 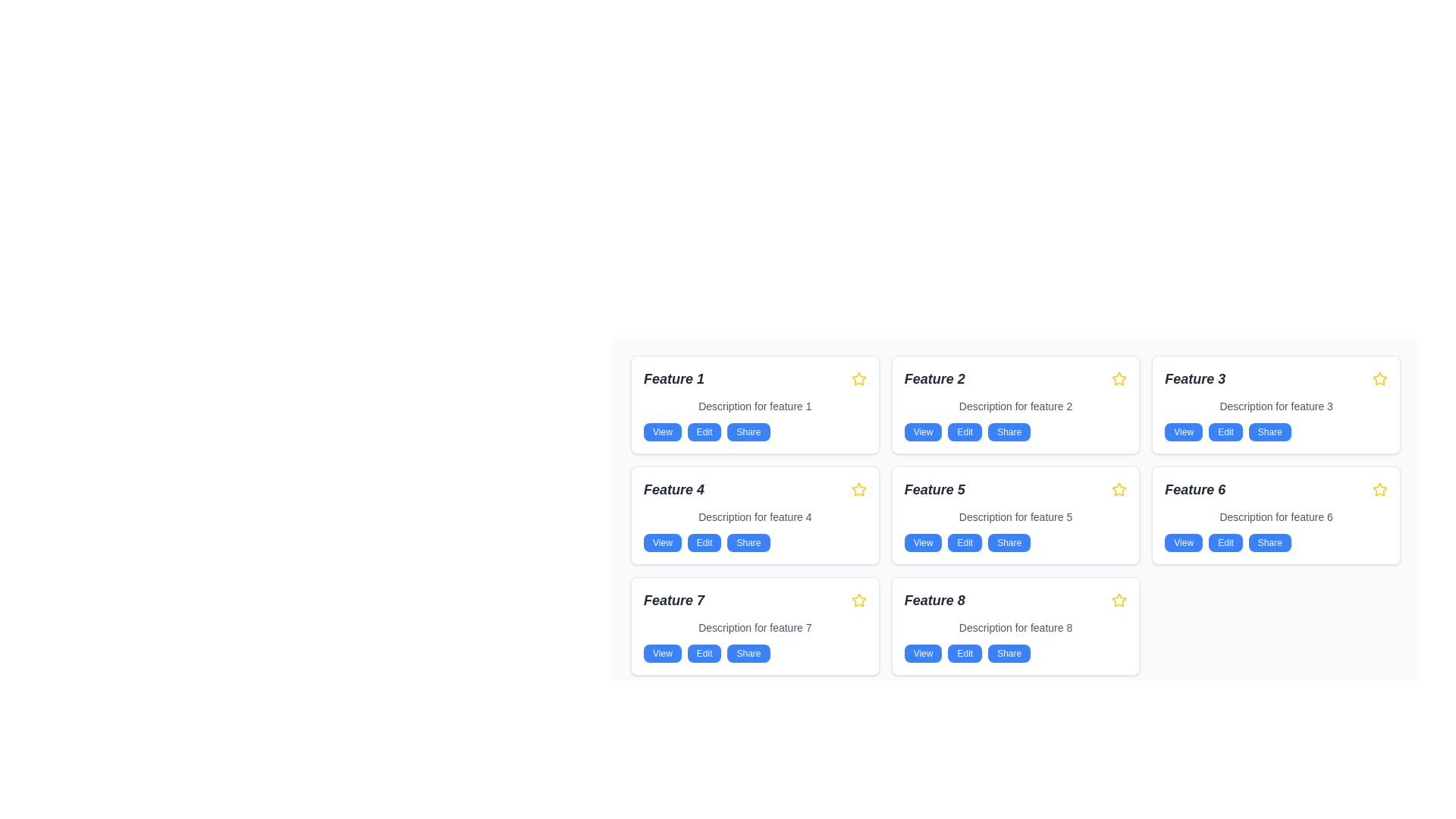 I want to click on the yellow outlined star-shaped icon, which is located to the right of the text 'Feature 5', so click(x=1119, y=489).